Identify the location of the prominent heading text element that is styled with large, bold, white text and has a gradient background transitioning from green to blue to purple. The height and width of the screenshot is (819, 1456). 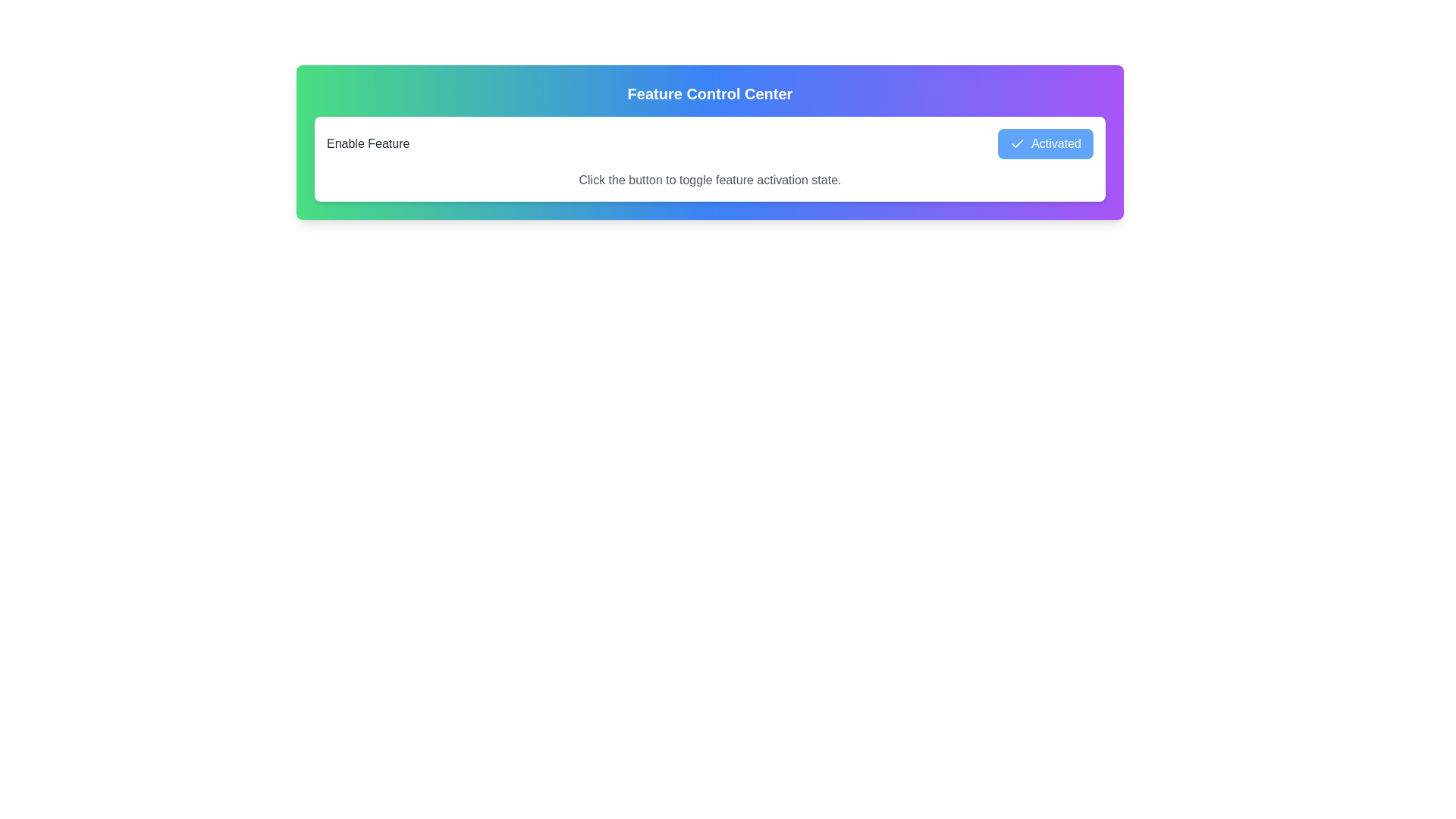
(709, 93).